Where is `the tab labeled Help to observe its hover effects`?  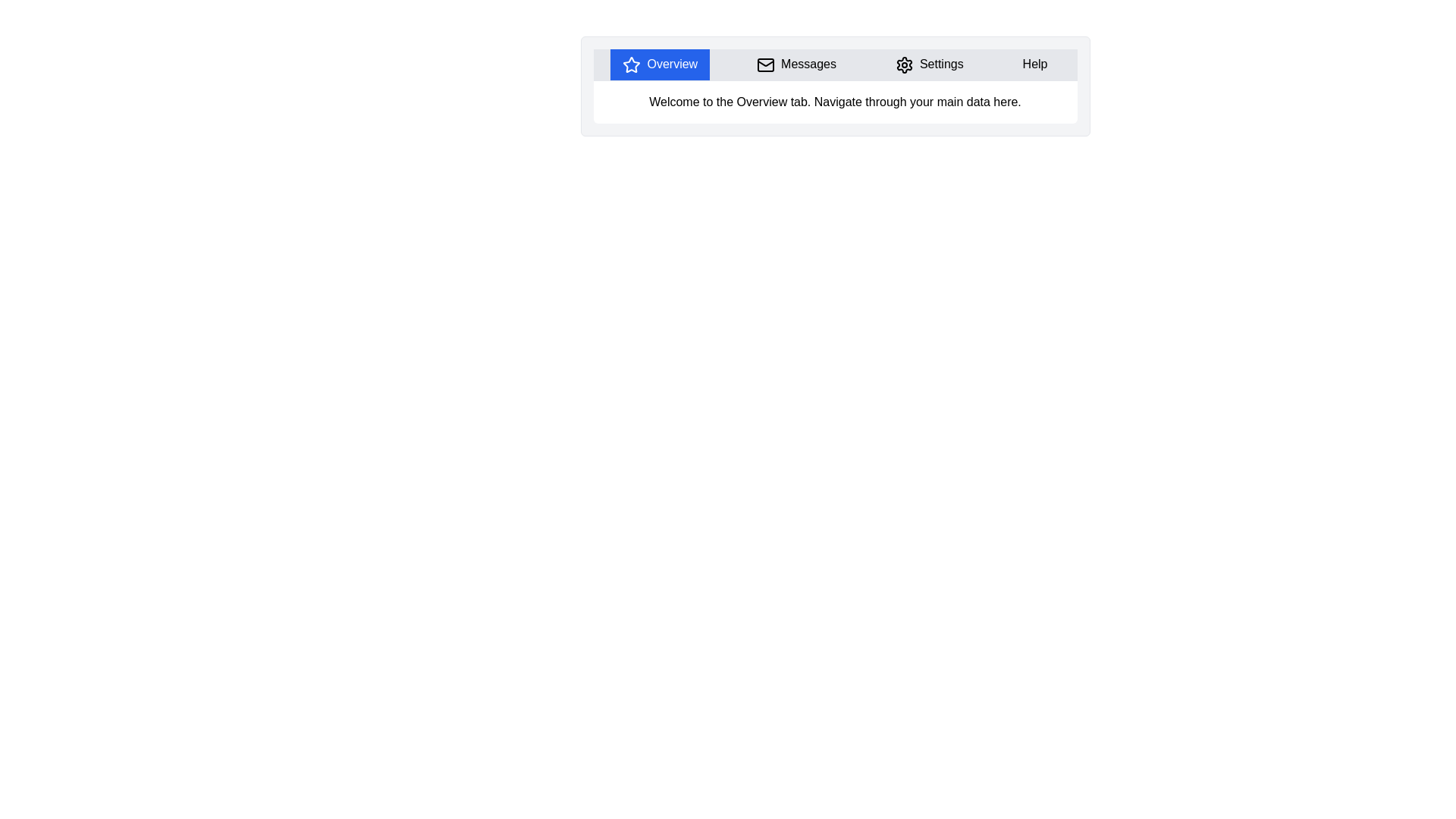 the tab labeled Help to observe its hover effects is located at coordinates (1034, 64).